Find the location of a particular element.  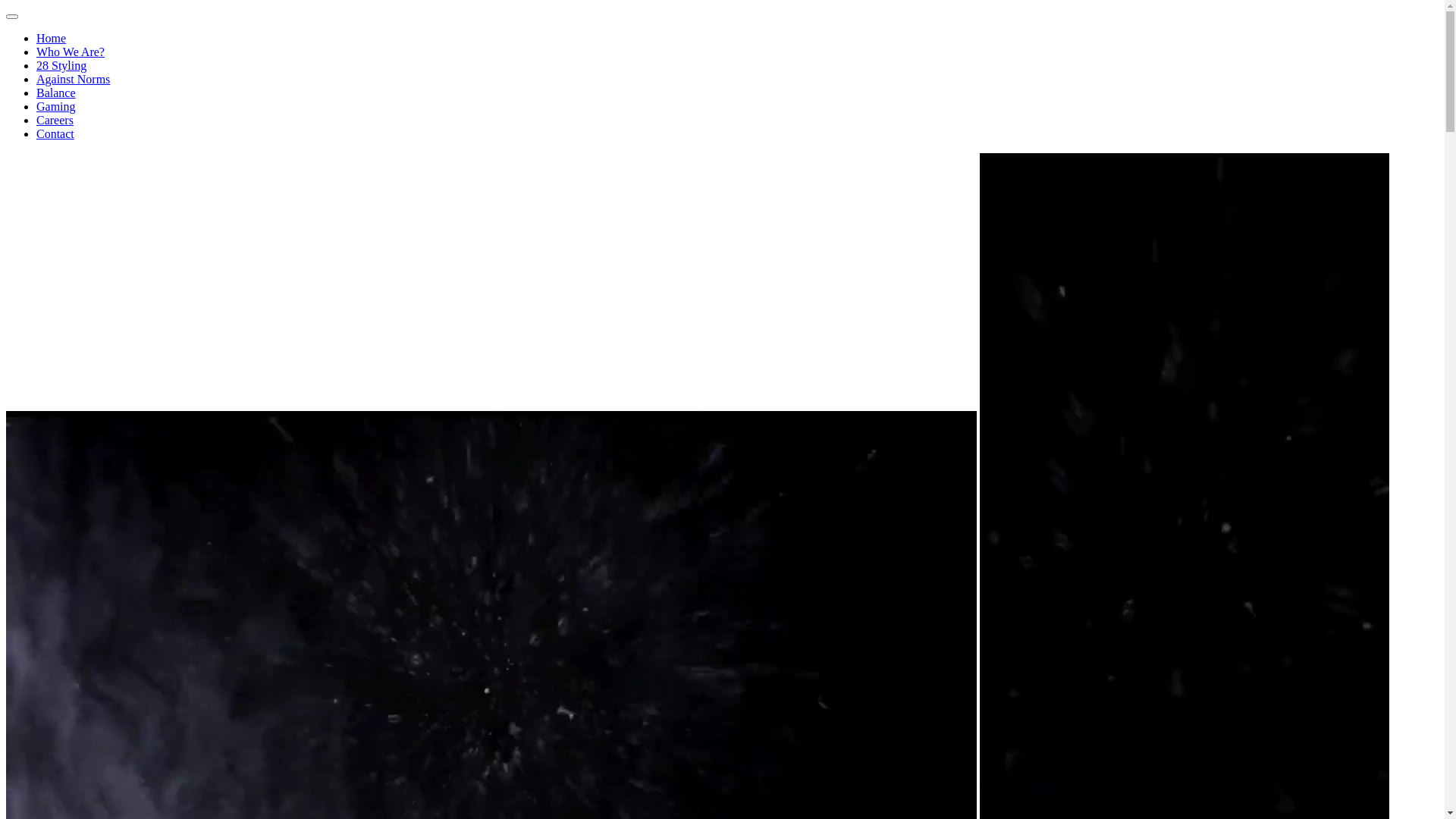

'Contact' is located at coordinates (55, 133).